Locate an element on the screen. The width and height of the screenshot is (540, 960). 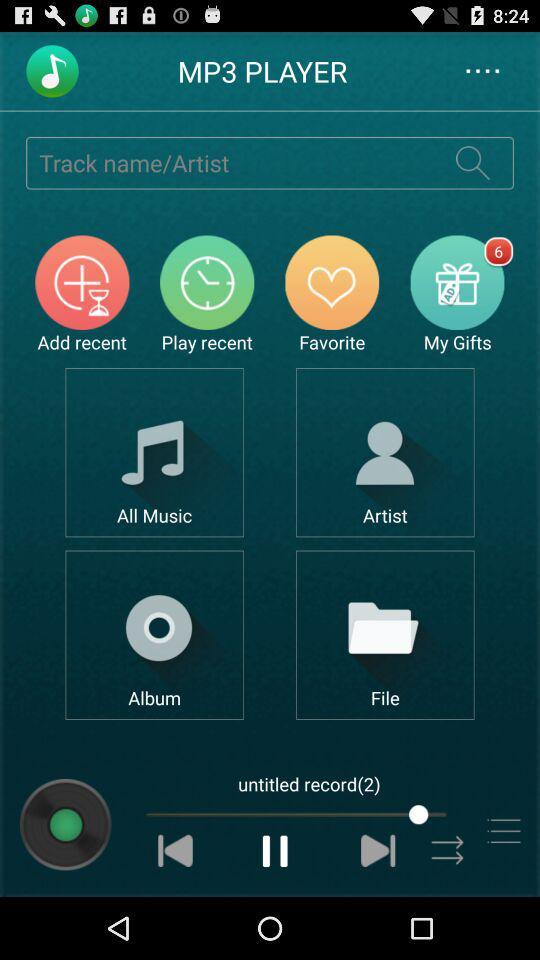
music album organizer menu button is located at coordinates (153, 634).